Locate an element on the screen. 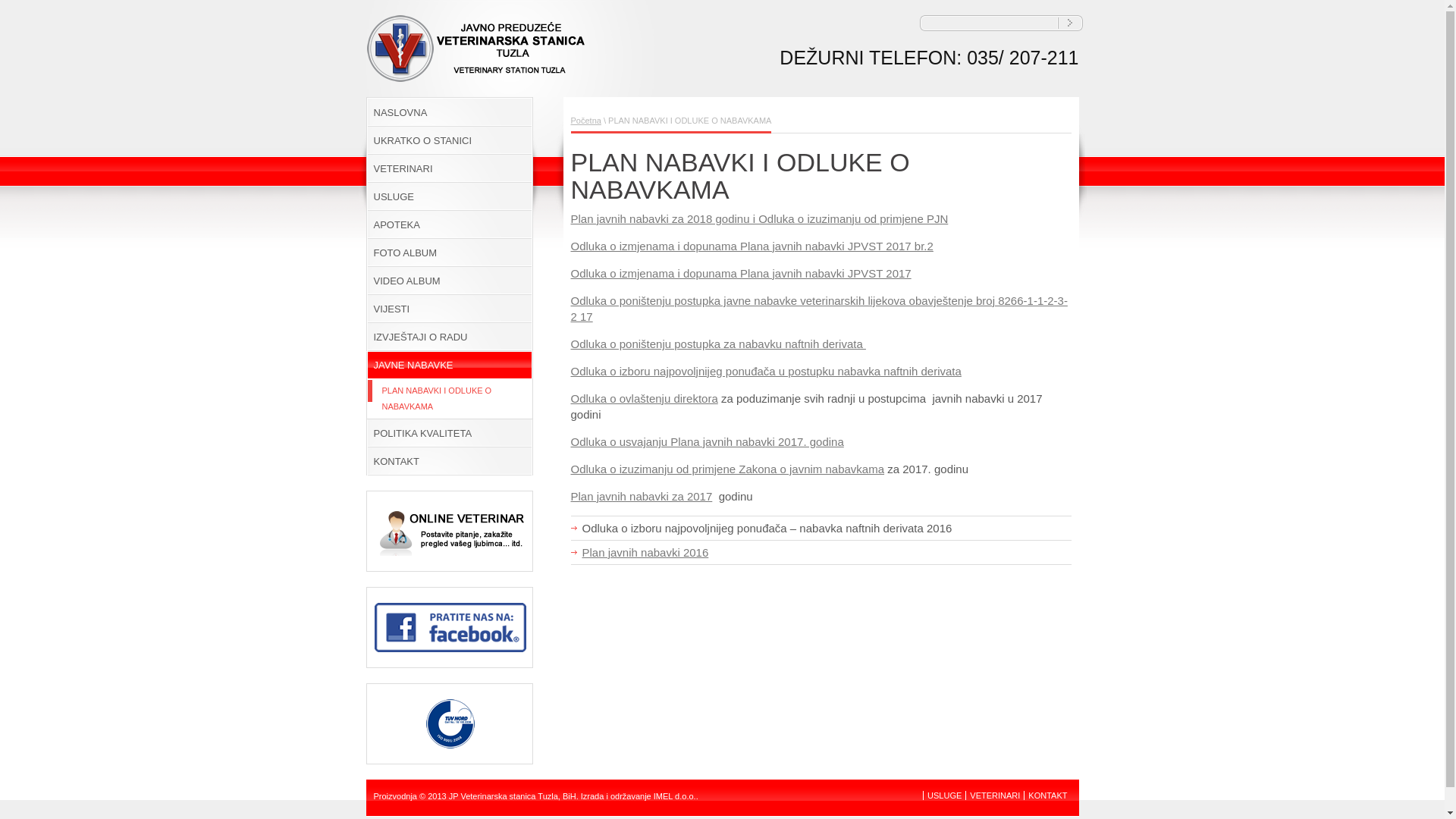  'UKRATKO O STANICI' is located at coordinates (447, 140).